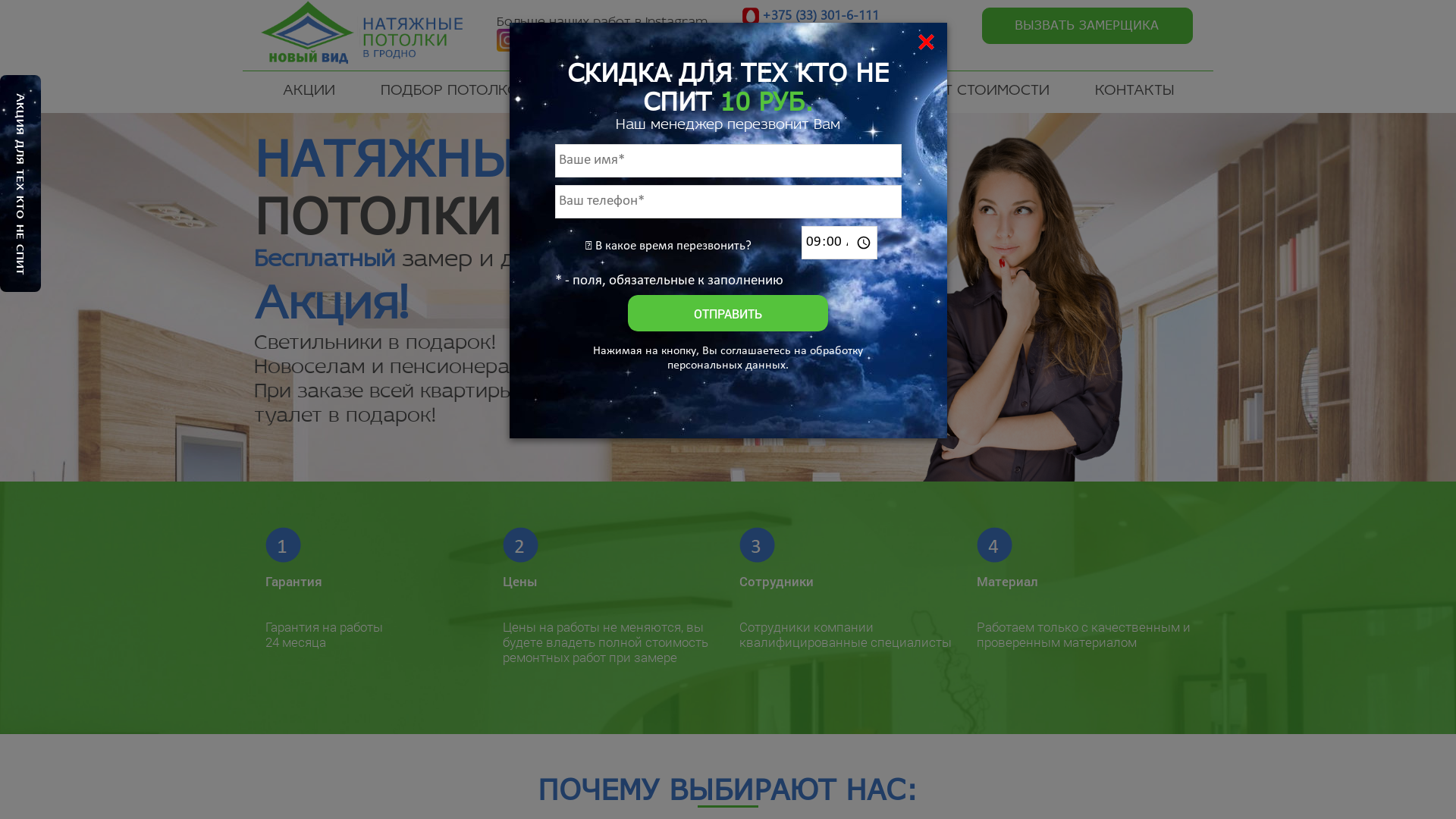 Image resolution: width=1456 pixels, height=819 pixels. What do you see at coordinates (819, 14) in the screenshot?
I see `'+375 (33) 301-6-111'` at bounding box center [819, 14].